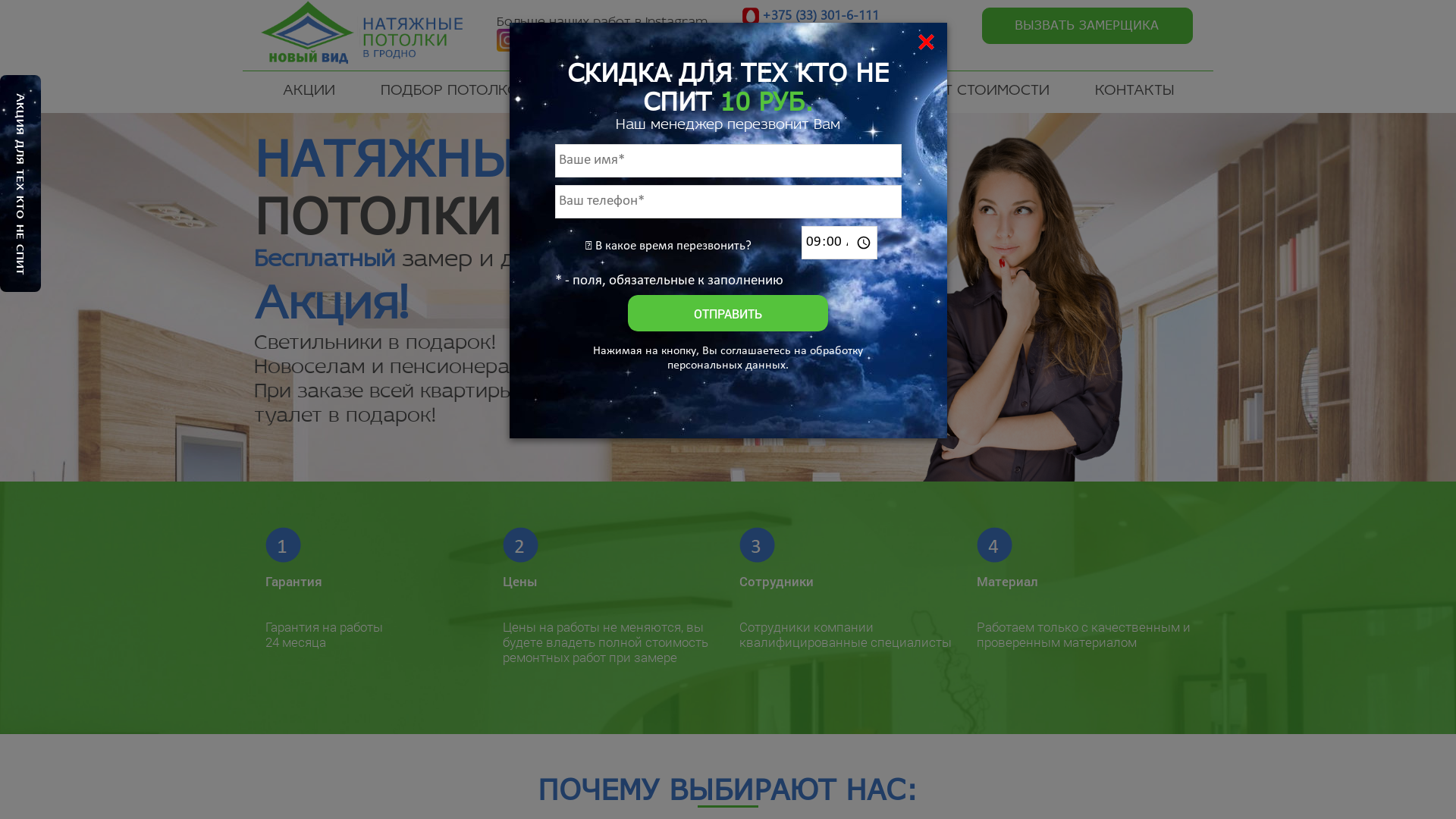 Image resolution: width=1456 pixels, height=819 pixels. What do you see at coordinates (819, 14) in the screenshot?
I see `'+375 (33) 301-6-111'` at bounding box center [819, 14].